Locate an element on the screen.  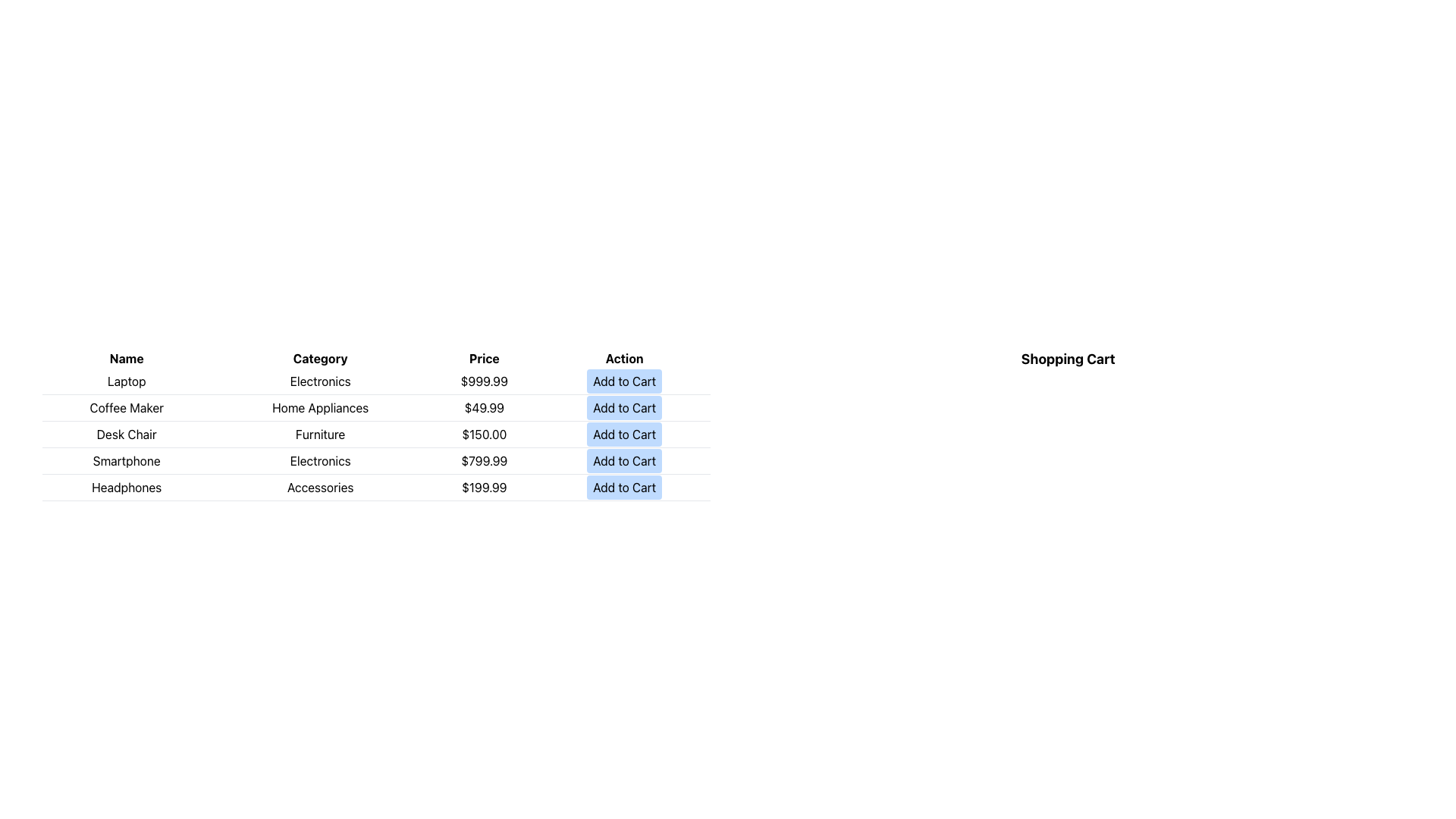
the 'Add to Cart' button with rounded corners and light blue background for the product 'Desk Chair' priced at '$150.00' in the fourth column of the action row is located at coordinates (624, 435).